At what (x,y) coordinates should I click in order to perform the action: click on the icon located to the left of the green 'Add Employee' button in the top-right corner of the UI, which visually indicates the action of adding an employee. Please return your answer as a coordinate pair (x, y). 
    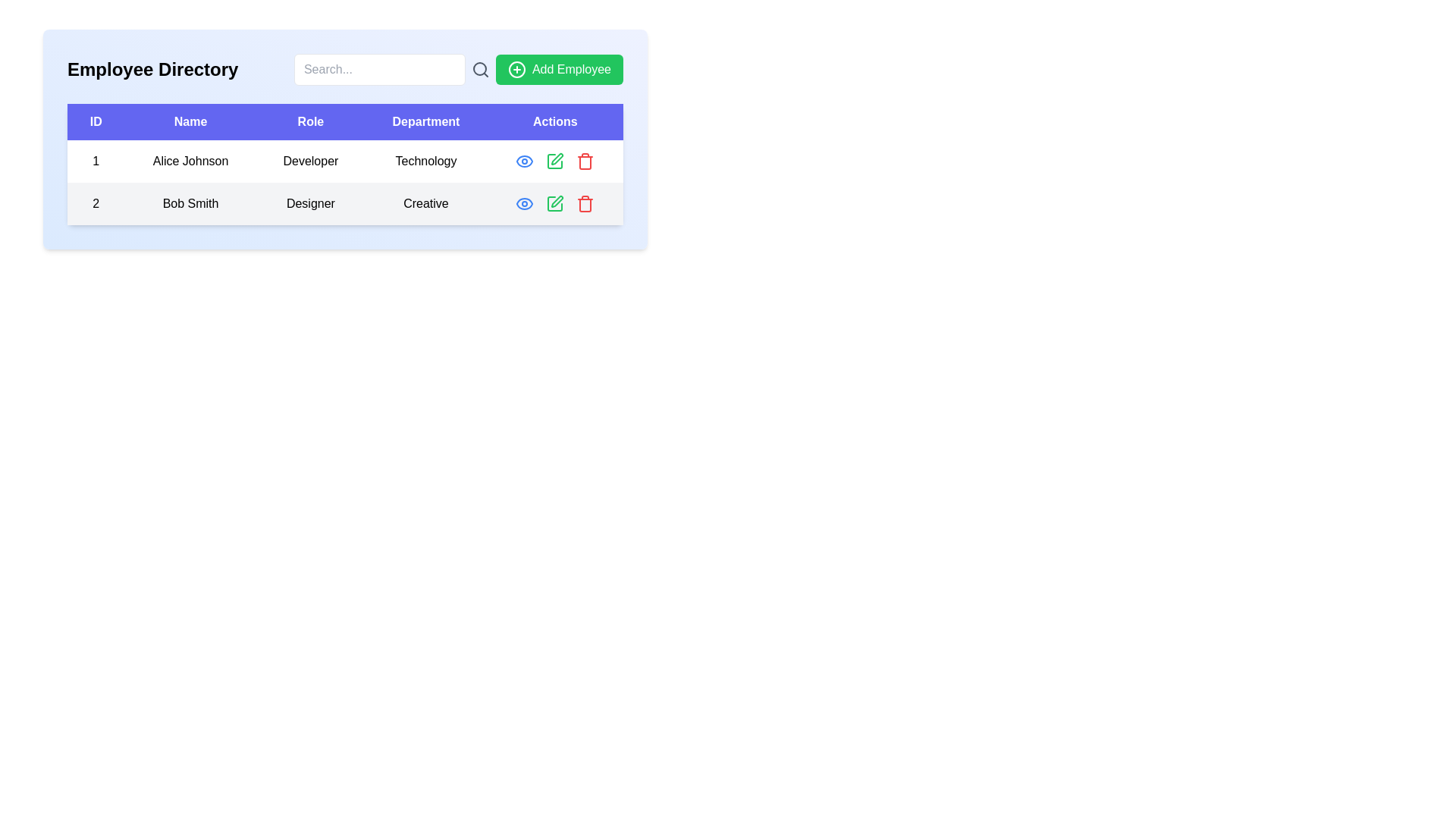
    Looking at the image, I should click on (516, 70).